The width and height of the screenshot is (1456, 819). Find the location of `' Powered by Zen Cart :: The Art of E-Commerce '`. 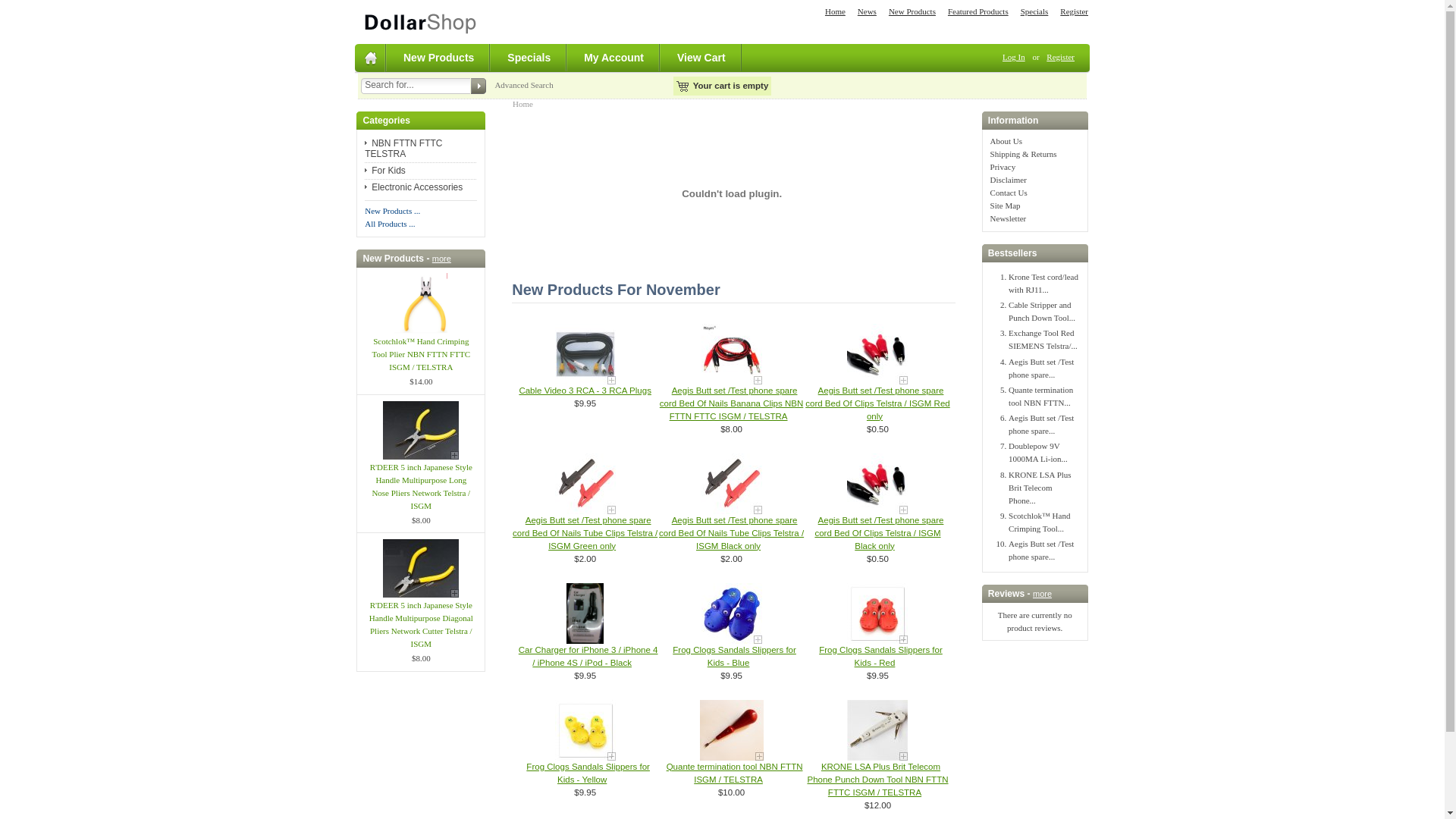

' Powered by Zen Cart :: The Art of E-Commerce ' is located at coordinates (353, 20).